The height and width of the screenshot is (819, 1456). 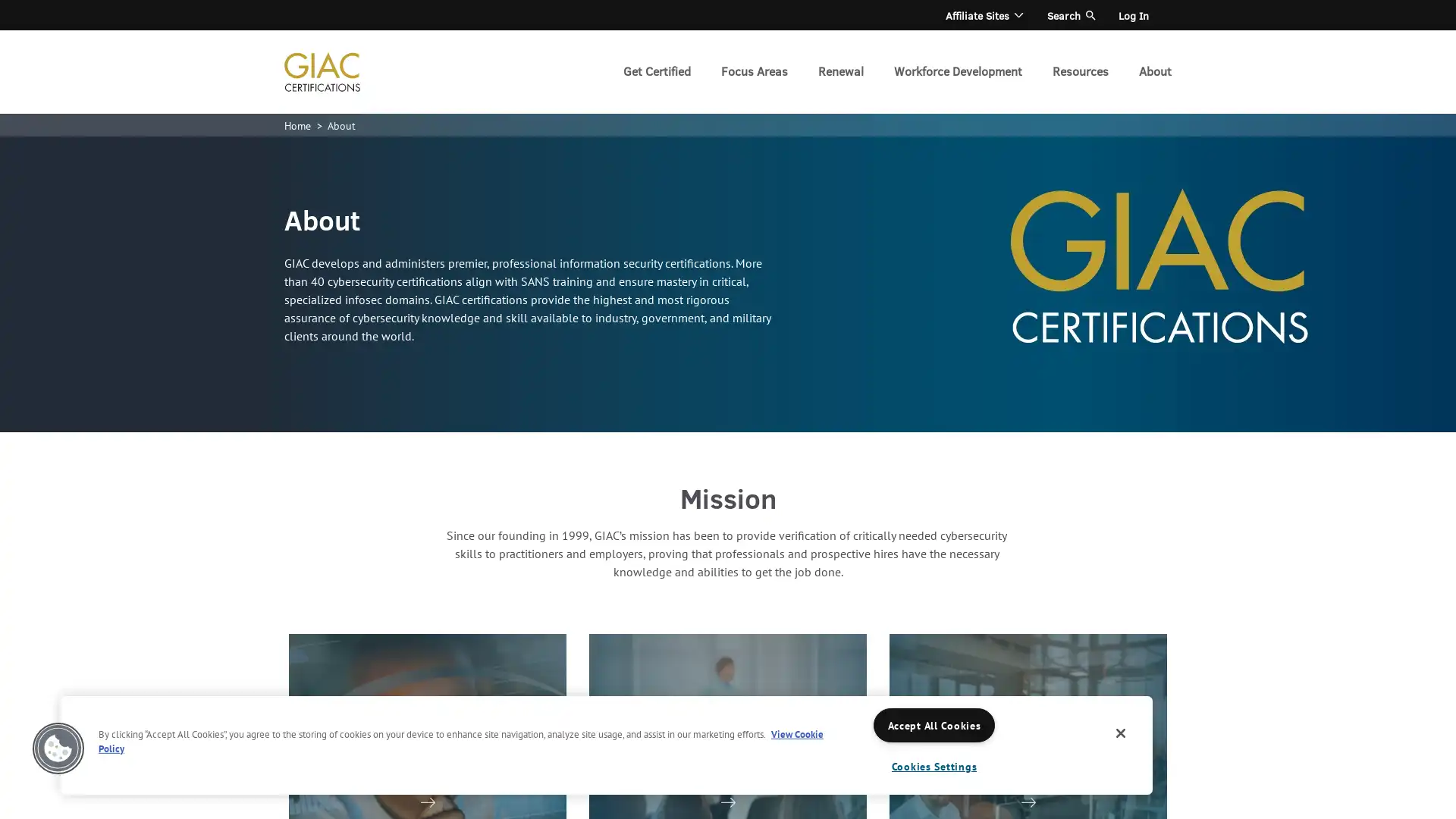 What do you see at coordinates (58, 748) in the screenshot?
I see `Cookies` at bounding box center [58, 748].